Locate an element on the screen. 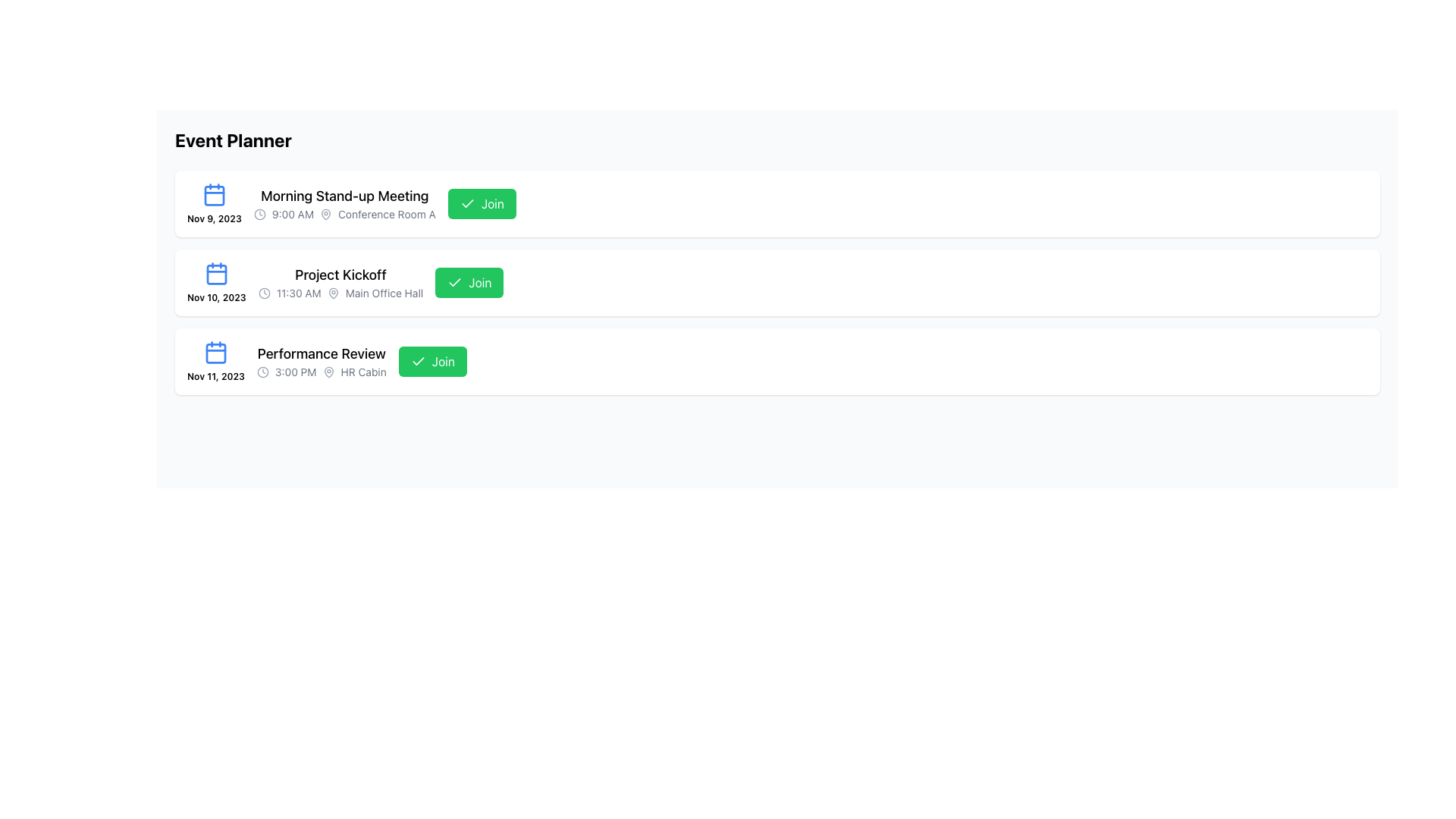 This screenshot has width=1456, height=819. text content of the second event summary display located centrally within its event card, positioned between the 'Morning Stand-up Meeting' and 'Performance Review' entries is located at coordinates (340, 283).